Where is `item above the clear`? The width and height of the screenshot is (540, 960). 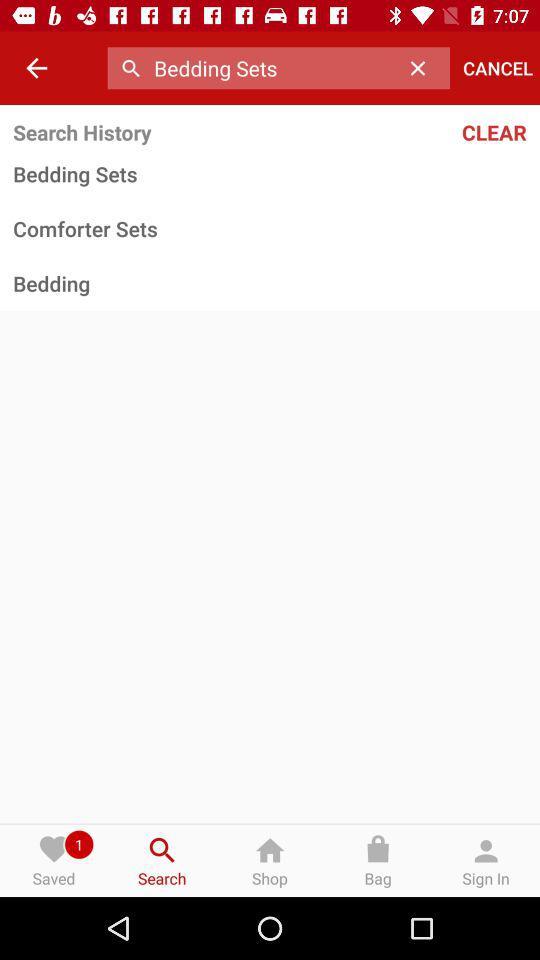 item above the clear is located at coordinates (497, 68).